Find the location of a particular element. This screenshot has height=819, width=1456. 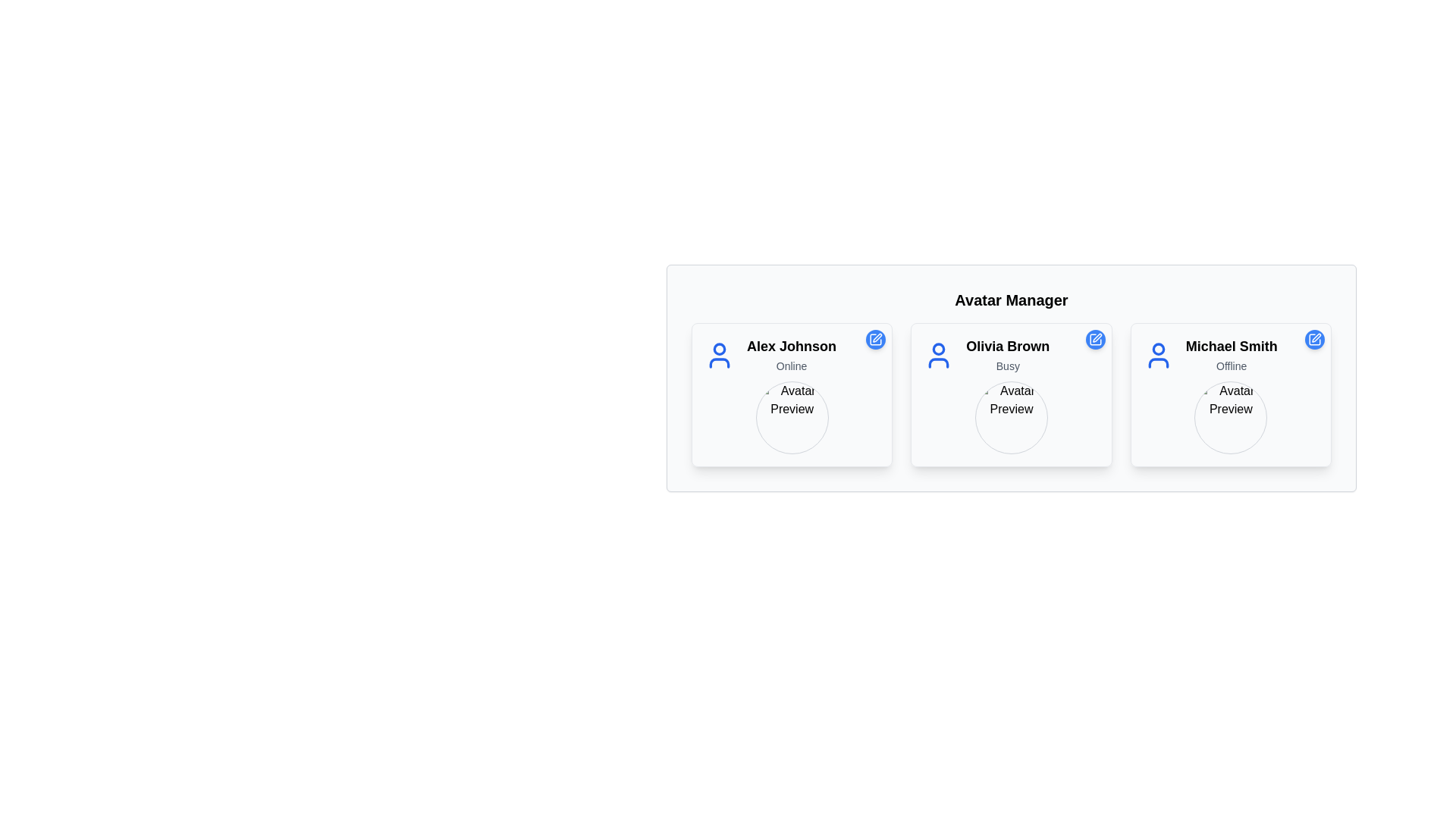

the button in the top-right corner of 'Michael Smith' profile card is located at coordinates (1313, 338).